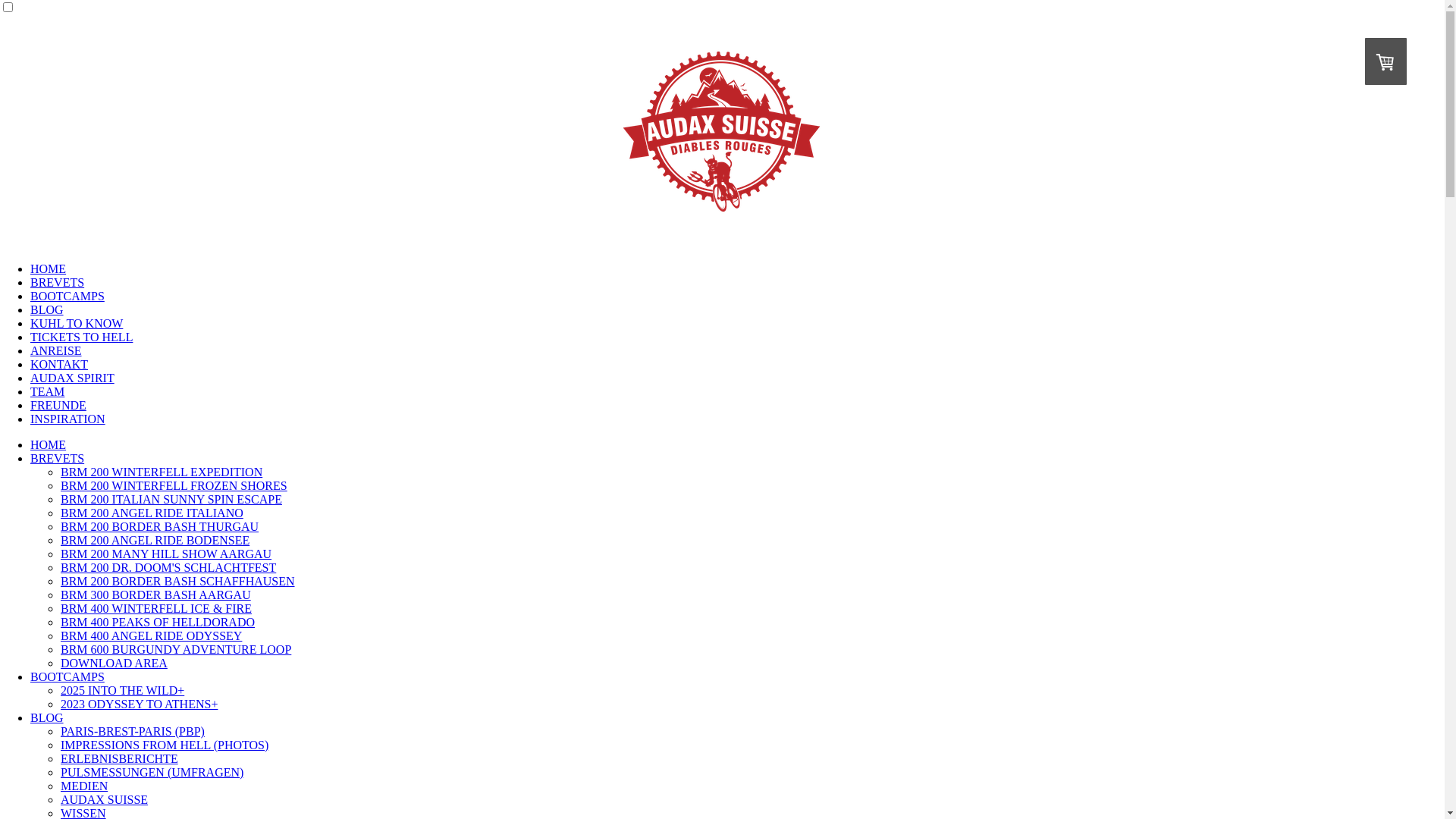  Describe the element at coordinates (67, 676) in the screenshot. I see `'BOOTCAMPS'` at that location.